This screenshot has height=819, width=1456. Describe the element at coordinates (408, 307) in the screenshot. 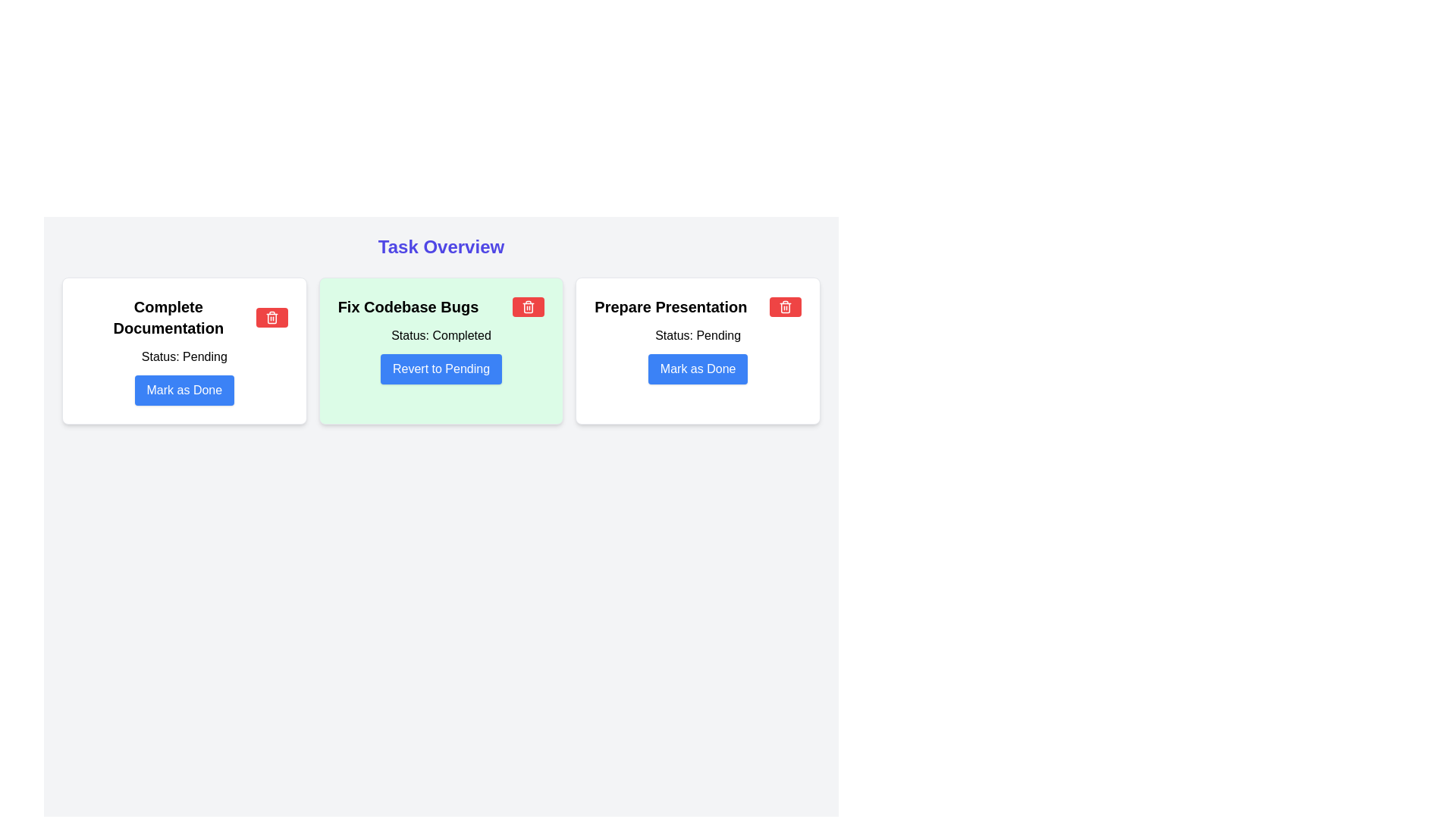

I see `the title text element of the second task card, which is located at the top-left portion of the card and serves as a descriptor for the task's content` at that location.